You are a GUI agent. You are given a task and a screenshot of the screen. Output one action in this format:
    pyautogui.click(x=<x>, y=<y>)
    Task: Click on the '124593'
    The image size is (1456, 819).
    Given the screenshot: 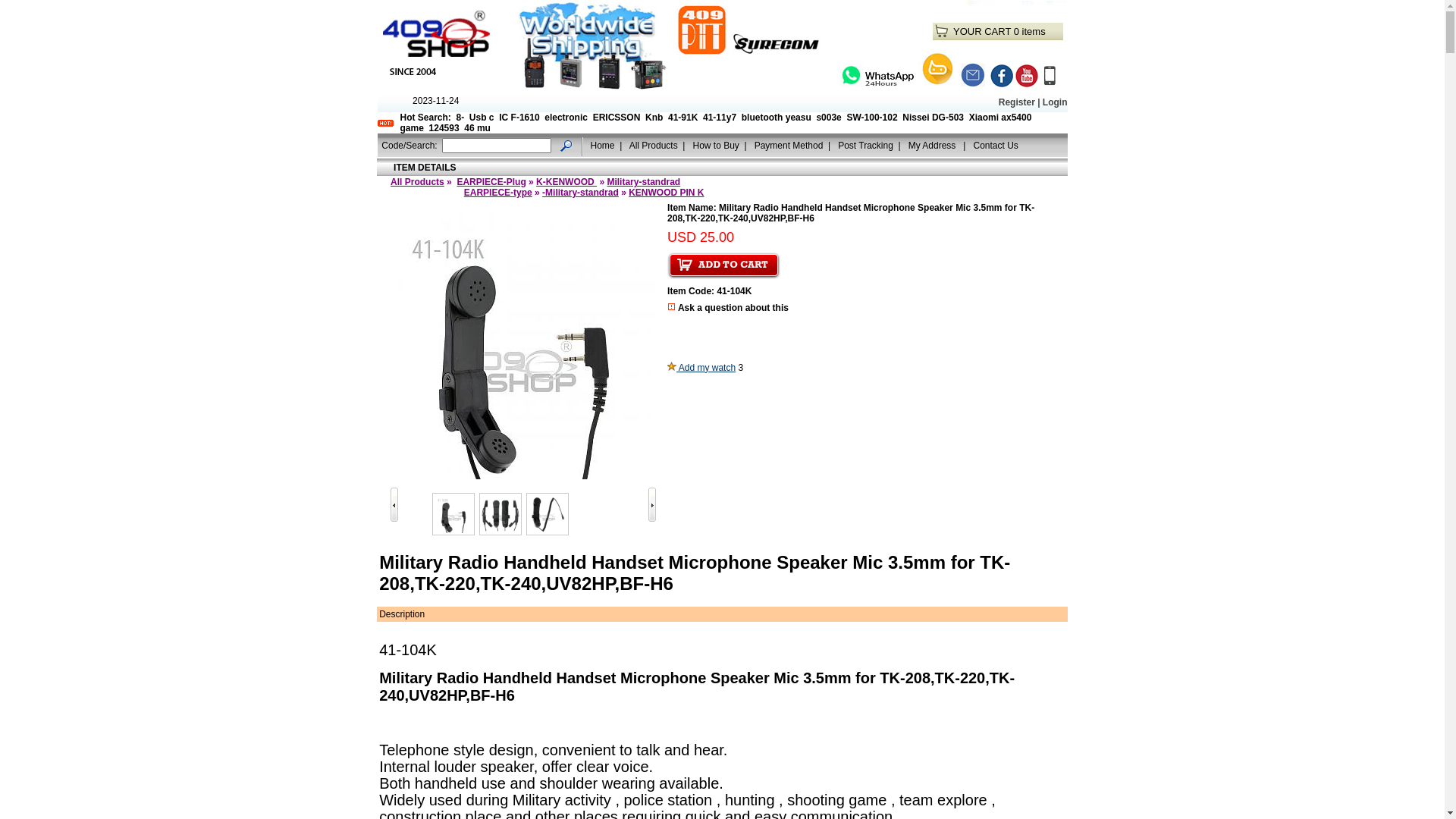 What is the action you would take?
    pyautogui.click(x=428, y=127)
    